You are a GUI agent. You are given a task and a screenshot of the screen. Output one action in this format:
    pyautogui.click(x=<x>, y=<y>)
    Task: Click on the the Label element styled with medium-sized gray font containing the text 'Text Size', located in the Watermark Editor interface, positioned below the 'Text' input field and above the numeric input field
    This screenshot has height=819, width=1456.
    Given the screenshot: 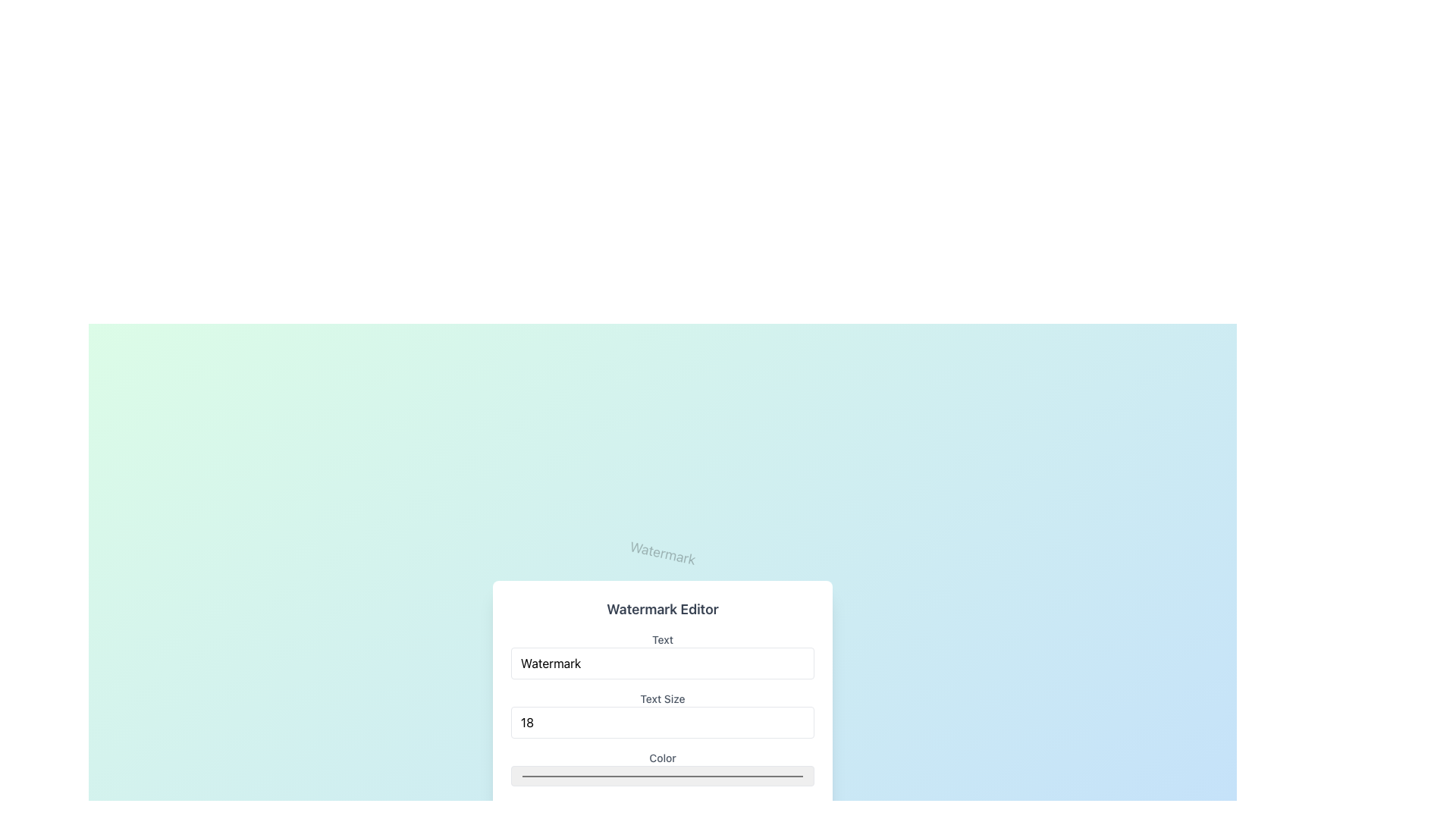 What is the action you would take?
    pyautogui.click(x=662, y=698)
    